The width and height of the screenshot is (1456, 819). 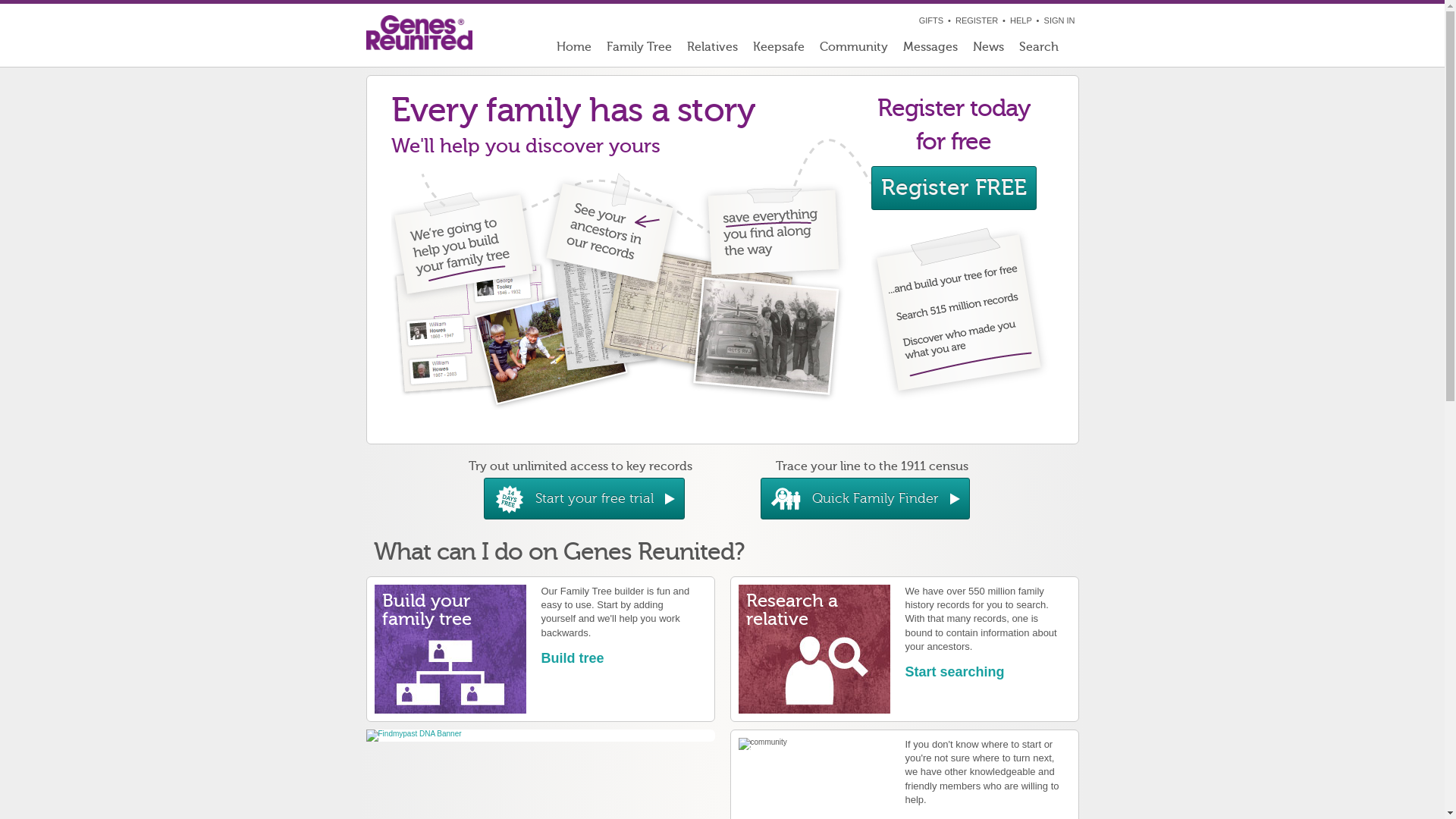 What do you see at coordinates (639, 49) in the screenshot?
I see `'Family Tree'` at bounding box center [639, 49].